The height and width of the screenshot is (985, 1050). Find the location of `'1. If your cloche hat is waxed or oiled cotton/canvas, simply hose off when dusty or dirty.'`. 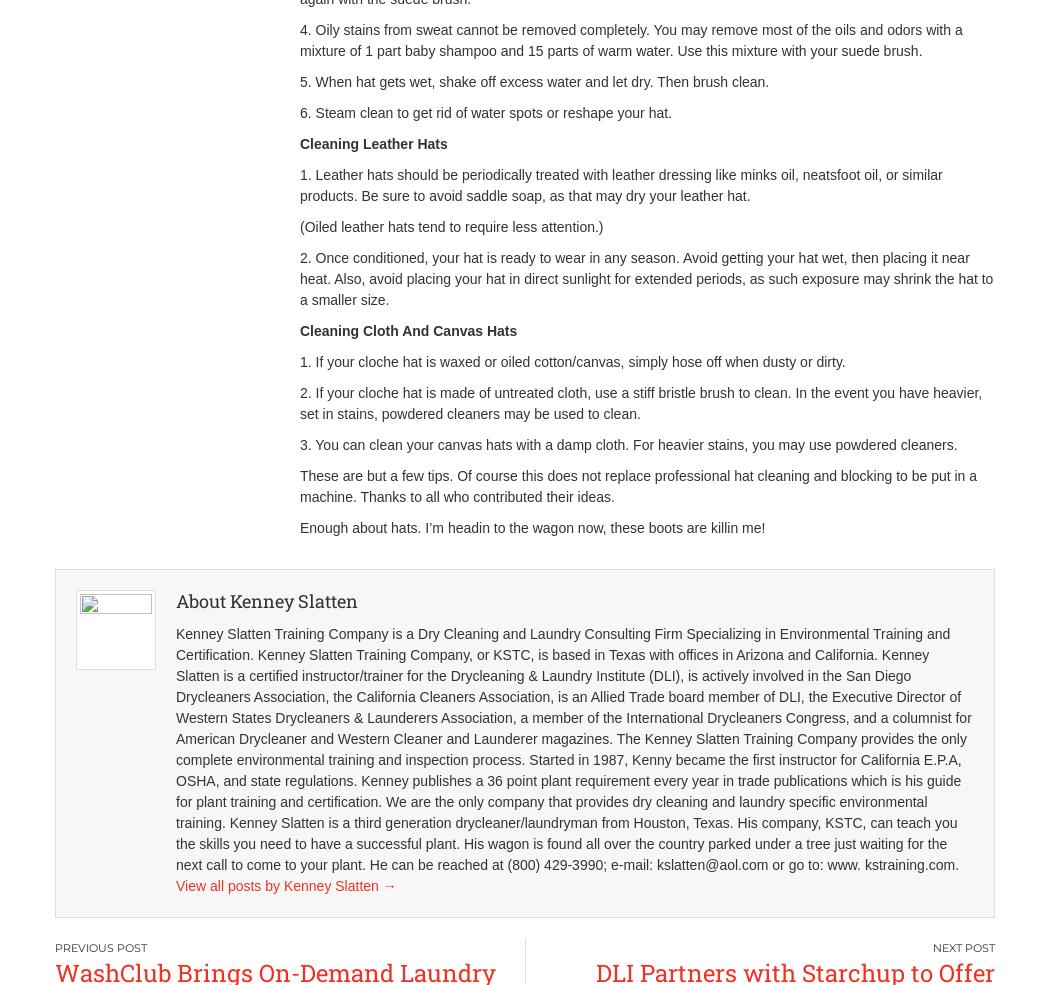

'1. If your cloche hat is waxed or oiled cotton/canvas, simply hose off when dusty or dirty.' is located at coordinates (298, 361).